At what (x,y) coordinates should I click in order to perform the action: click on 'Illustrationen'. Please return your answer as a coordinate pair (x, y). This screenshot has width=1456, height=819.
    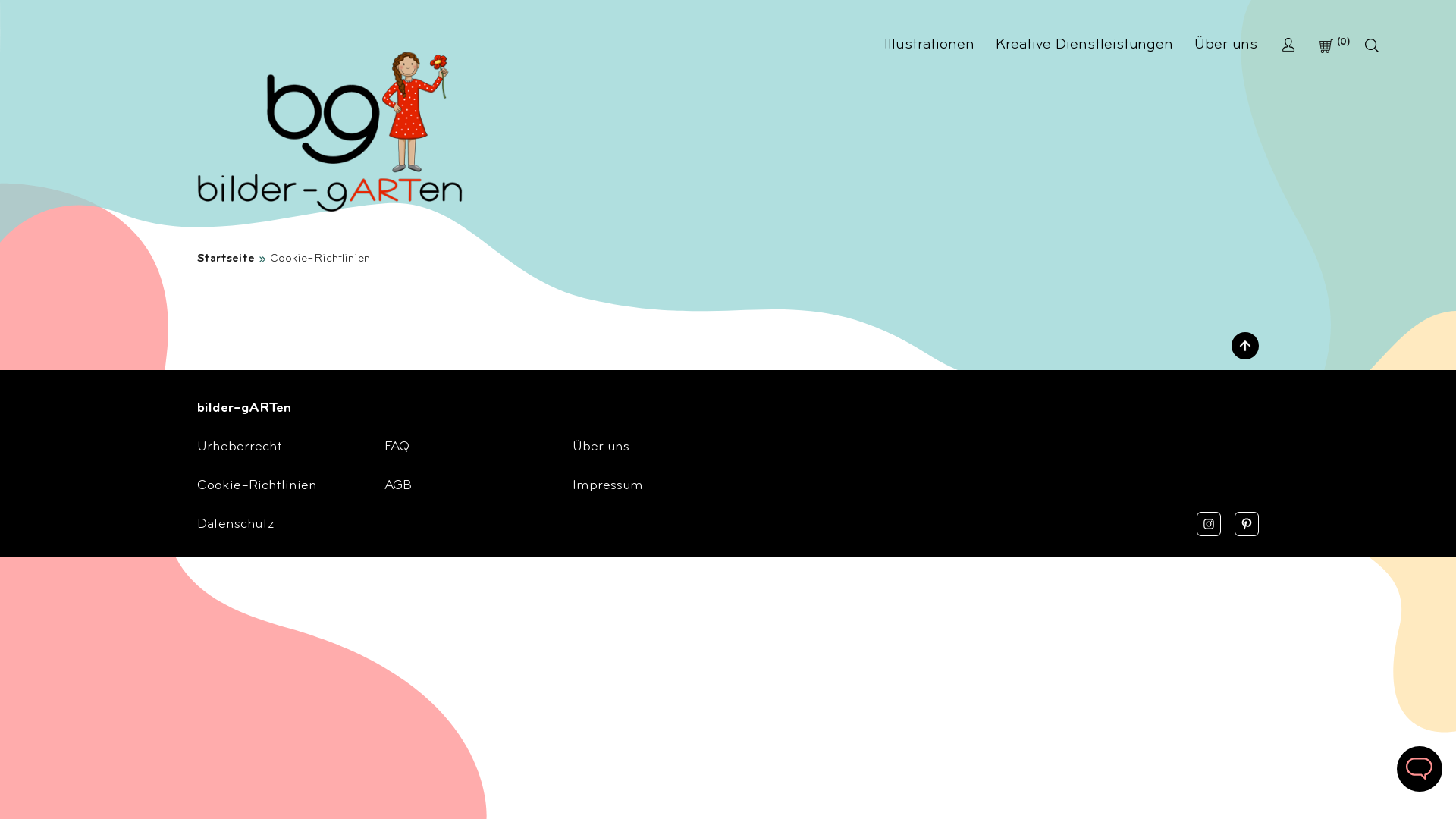
    Looking at the image, I should click on (928, 45).